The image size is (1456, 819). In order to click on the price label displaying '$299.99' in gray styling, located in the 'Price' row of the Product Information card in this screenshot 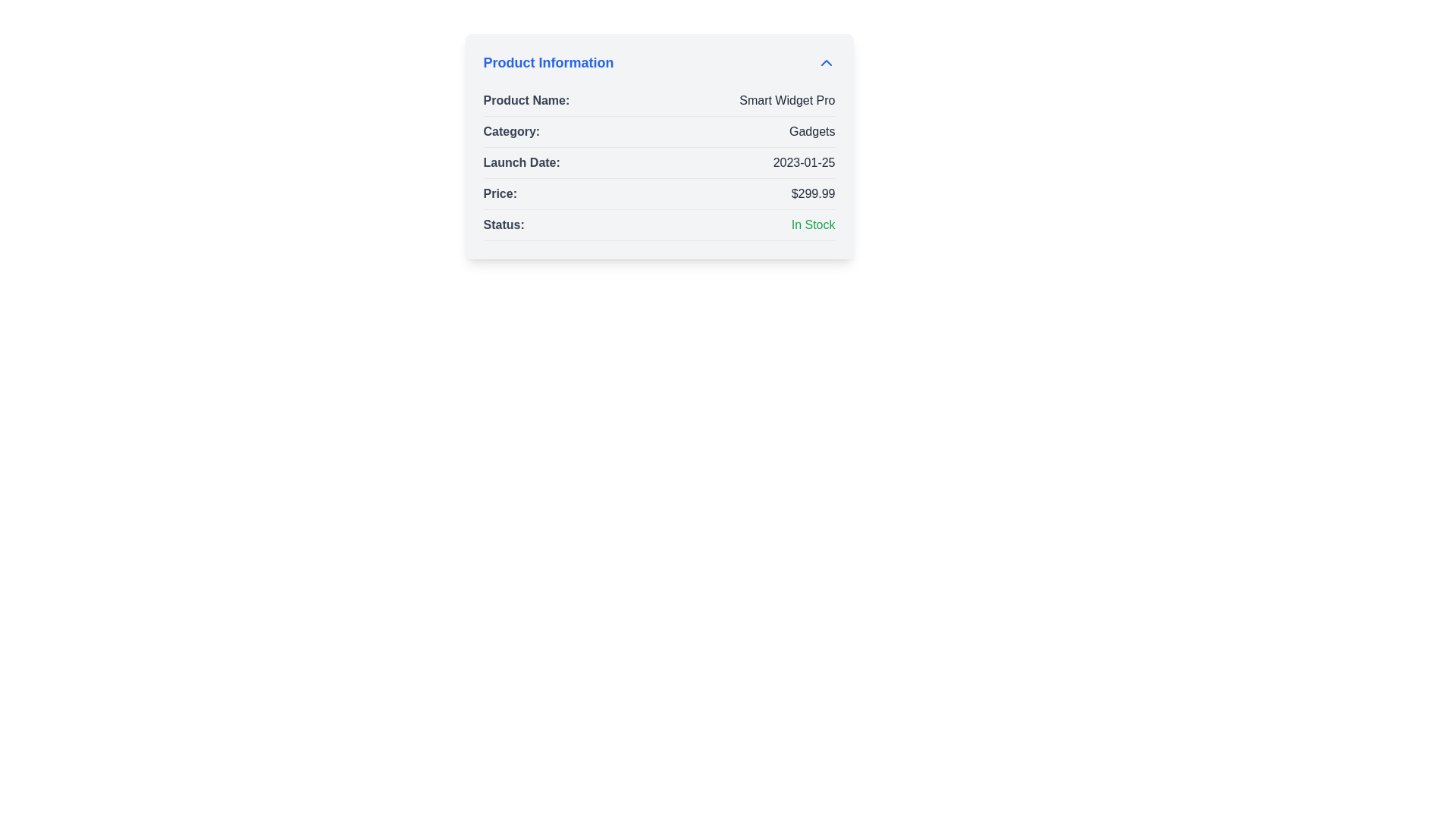, I will do `click(812, 193)`.